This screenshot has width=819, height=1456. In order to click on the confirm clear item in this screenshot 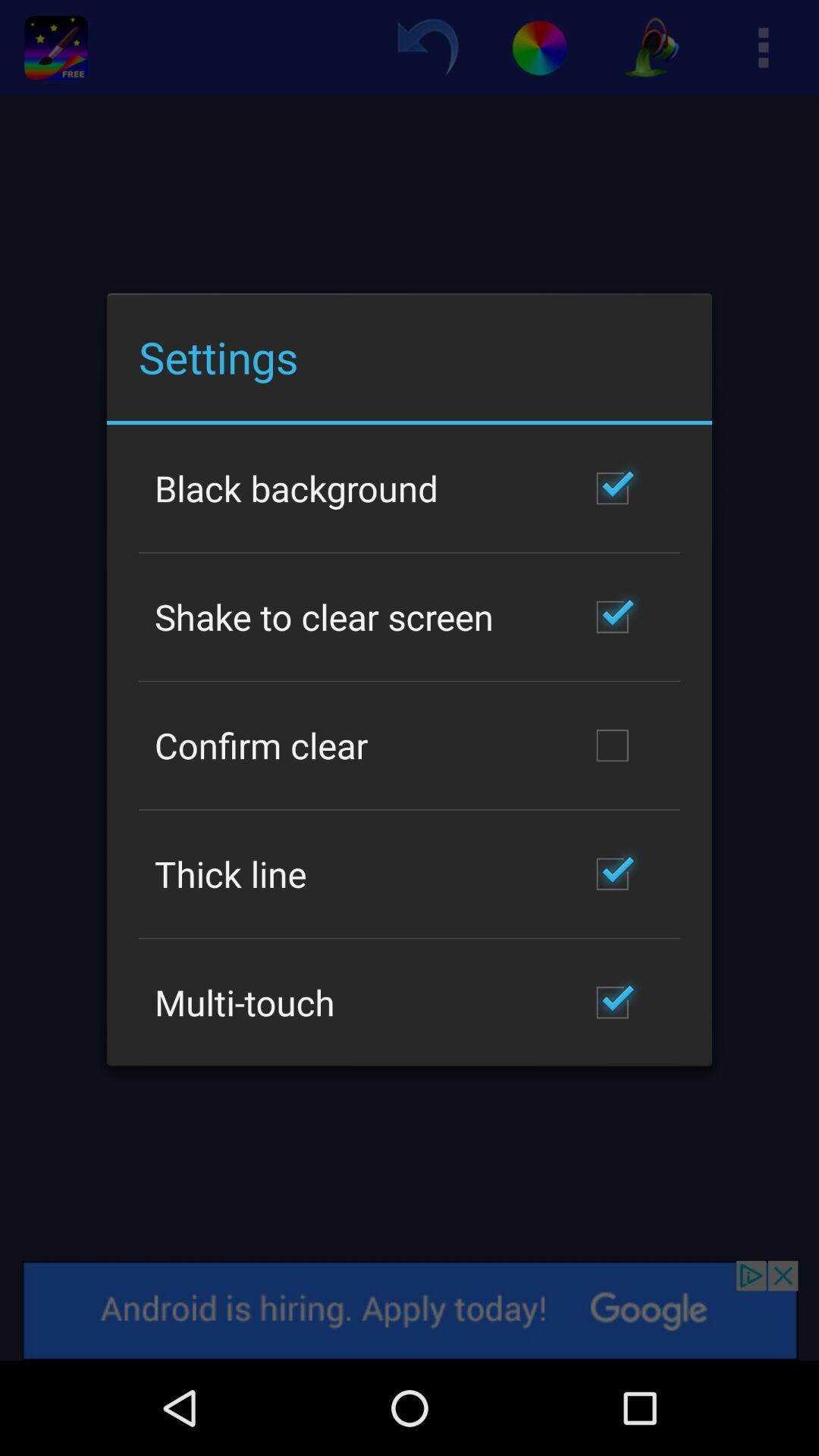, I will do `click(260, 745)`.